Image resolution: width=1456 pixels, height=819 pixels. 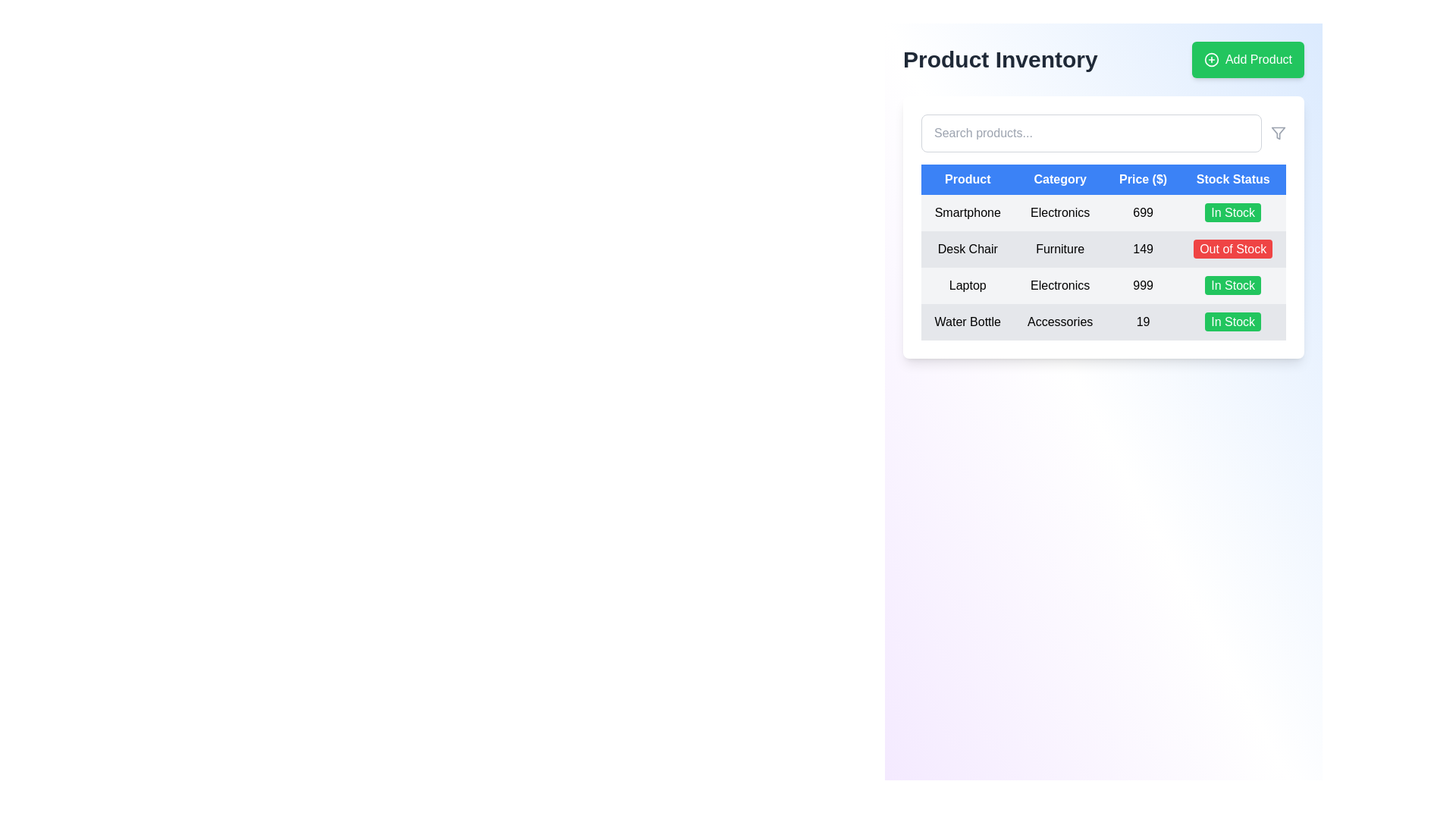 What do you see at coordinates (1143, 286) in the screenshot?
I see `the static data cell displaying the price of the product 'Laptop' located in the third row of the table under the 'Price ($)' column` at bounding box center [1143, 286].